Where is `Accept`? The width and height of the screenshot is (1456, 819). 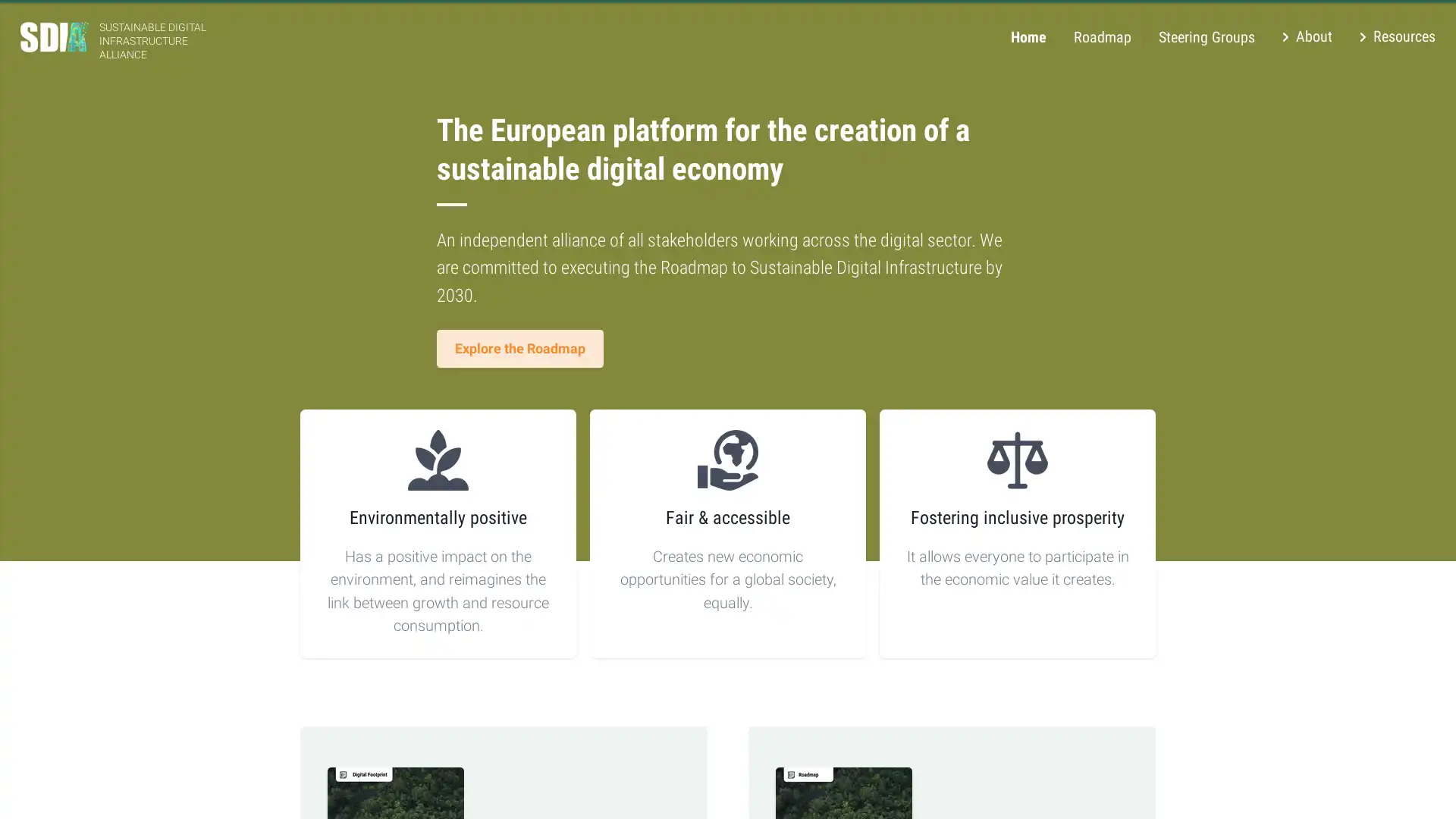 Accept is located at coordinates (934, 107).